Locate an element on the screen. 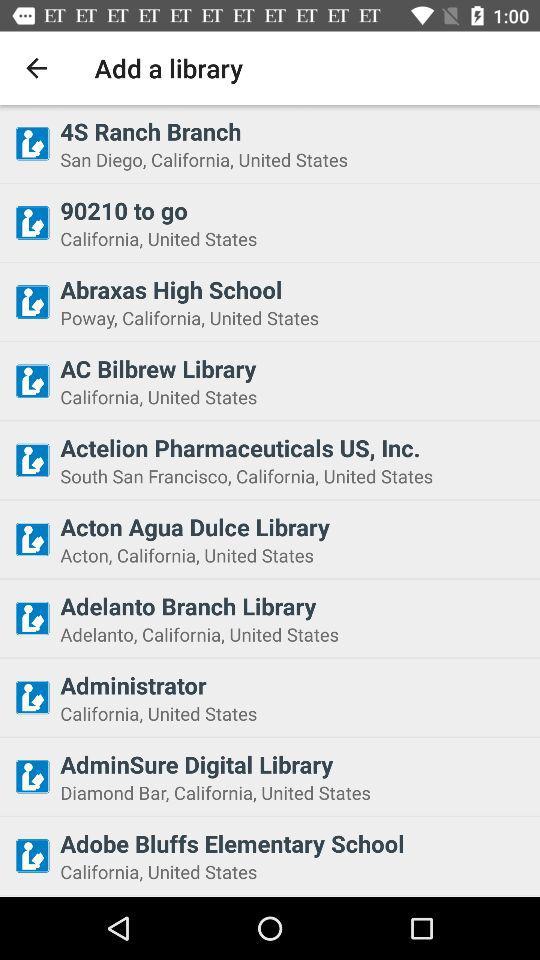 The height and width of the screenshot is (960, 540). item below the abraxas high school item is located at coordinates (293, 317).